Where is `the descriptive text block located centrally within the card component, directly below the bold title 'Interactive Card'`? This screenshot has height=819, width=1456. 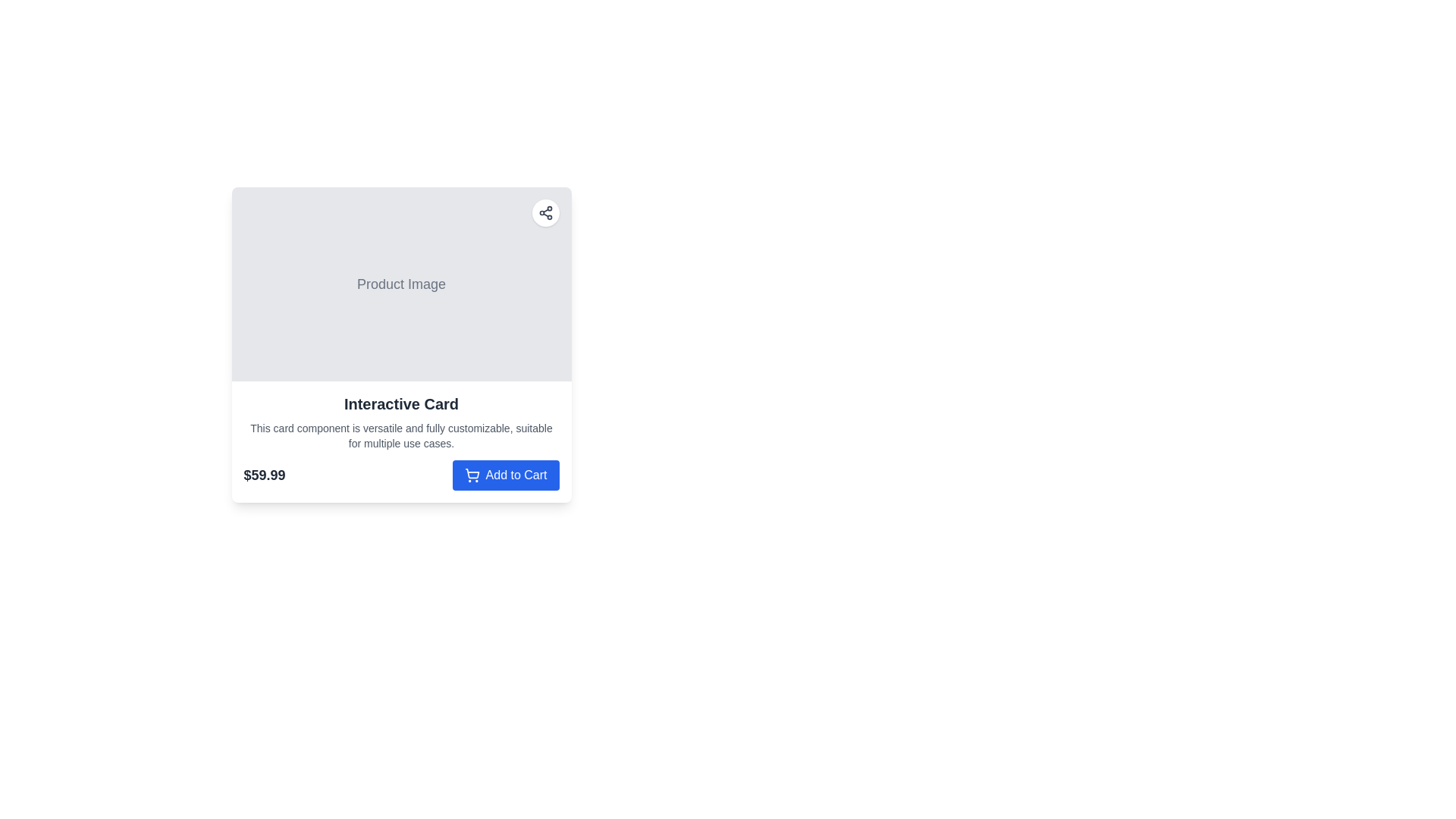 the descriptive text block located centrally within the card component, directly below the bold title 'Interactive Card' is located at coordinates (401, 435).